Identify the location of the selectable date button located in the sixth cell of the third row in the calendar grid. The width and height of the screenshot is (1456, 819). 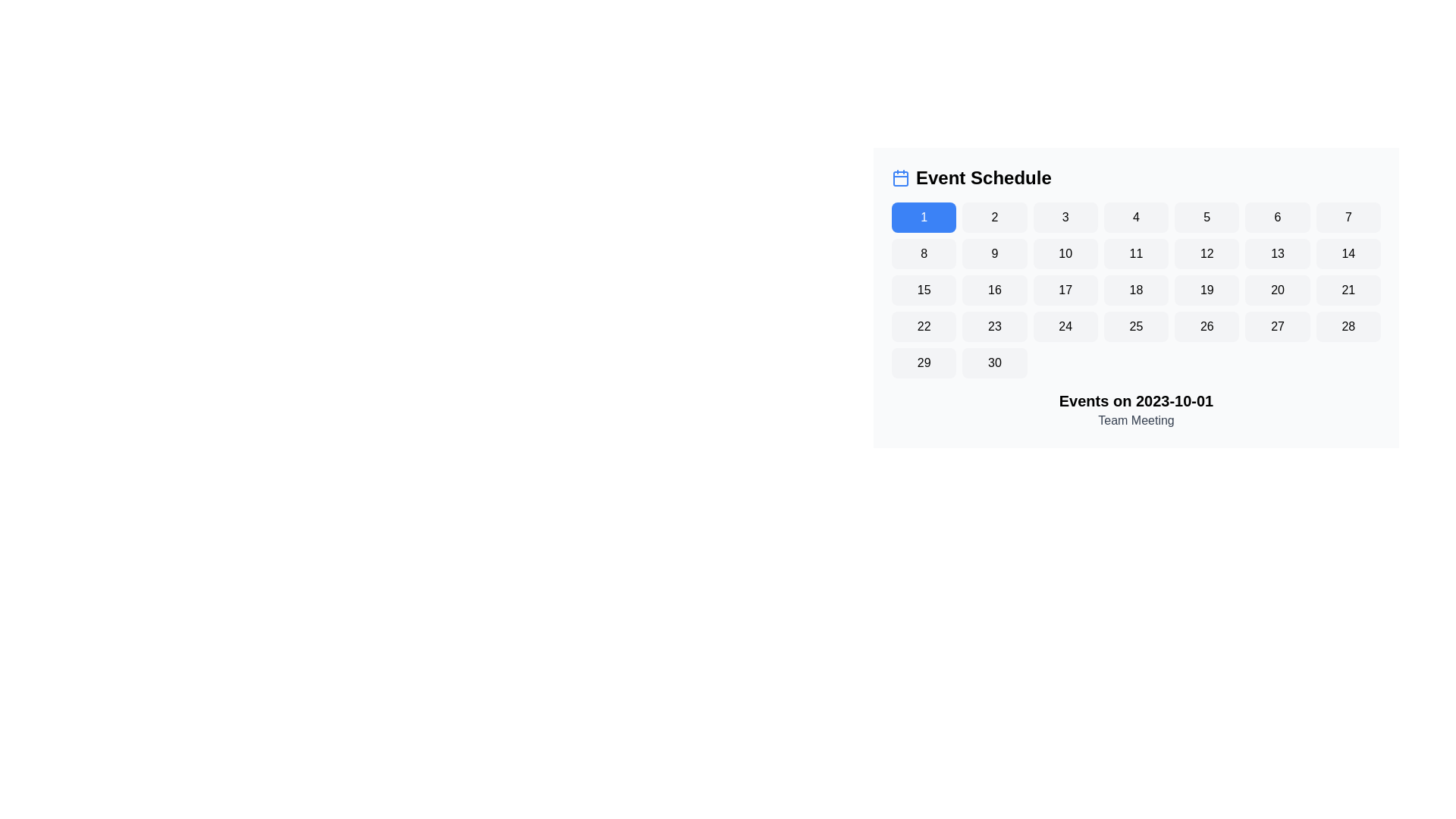
(1276, 290).